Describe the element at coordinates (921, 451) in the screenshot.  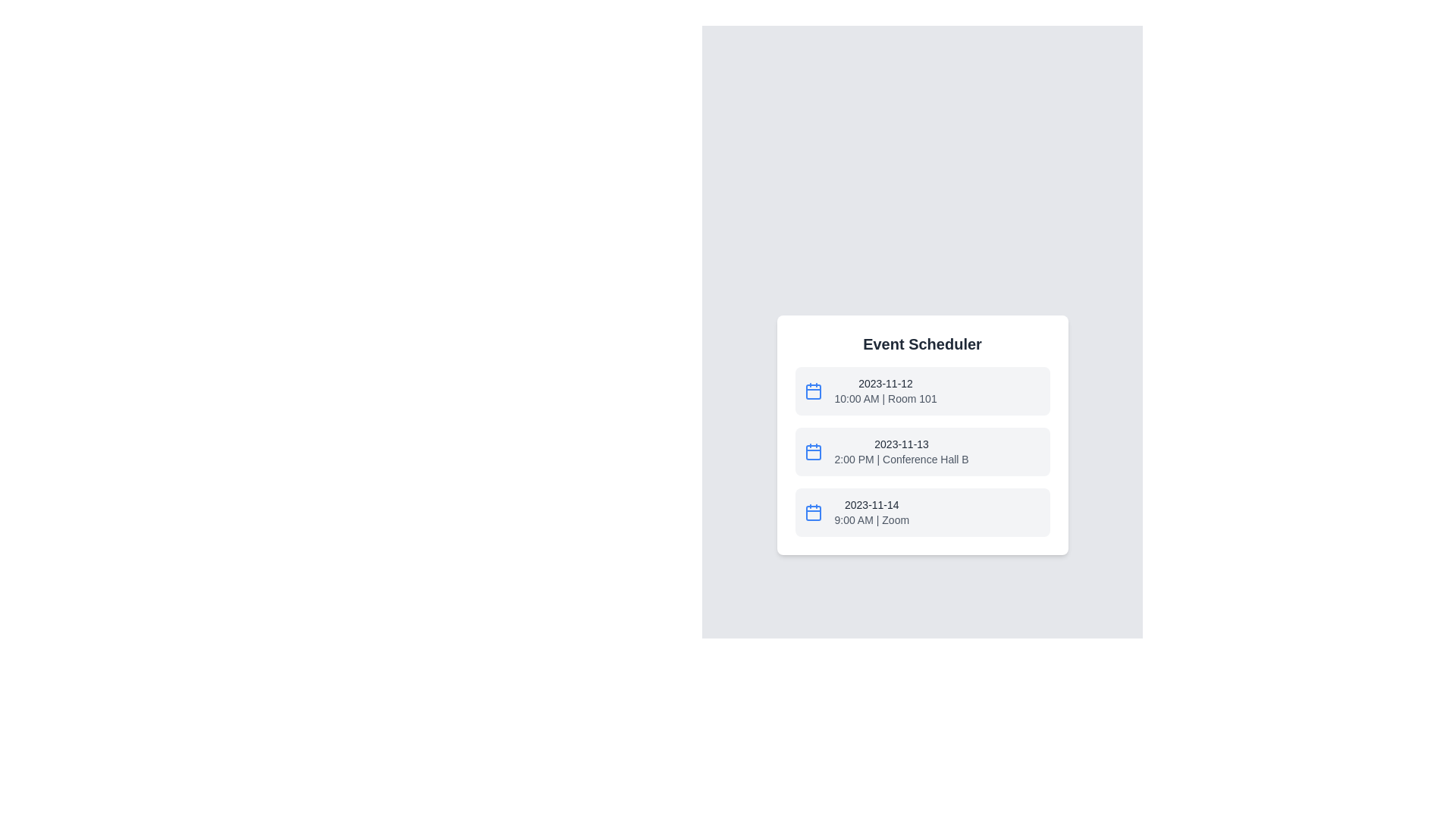
I see `a list item in the 'Event Scheduler' card` at that location.